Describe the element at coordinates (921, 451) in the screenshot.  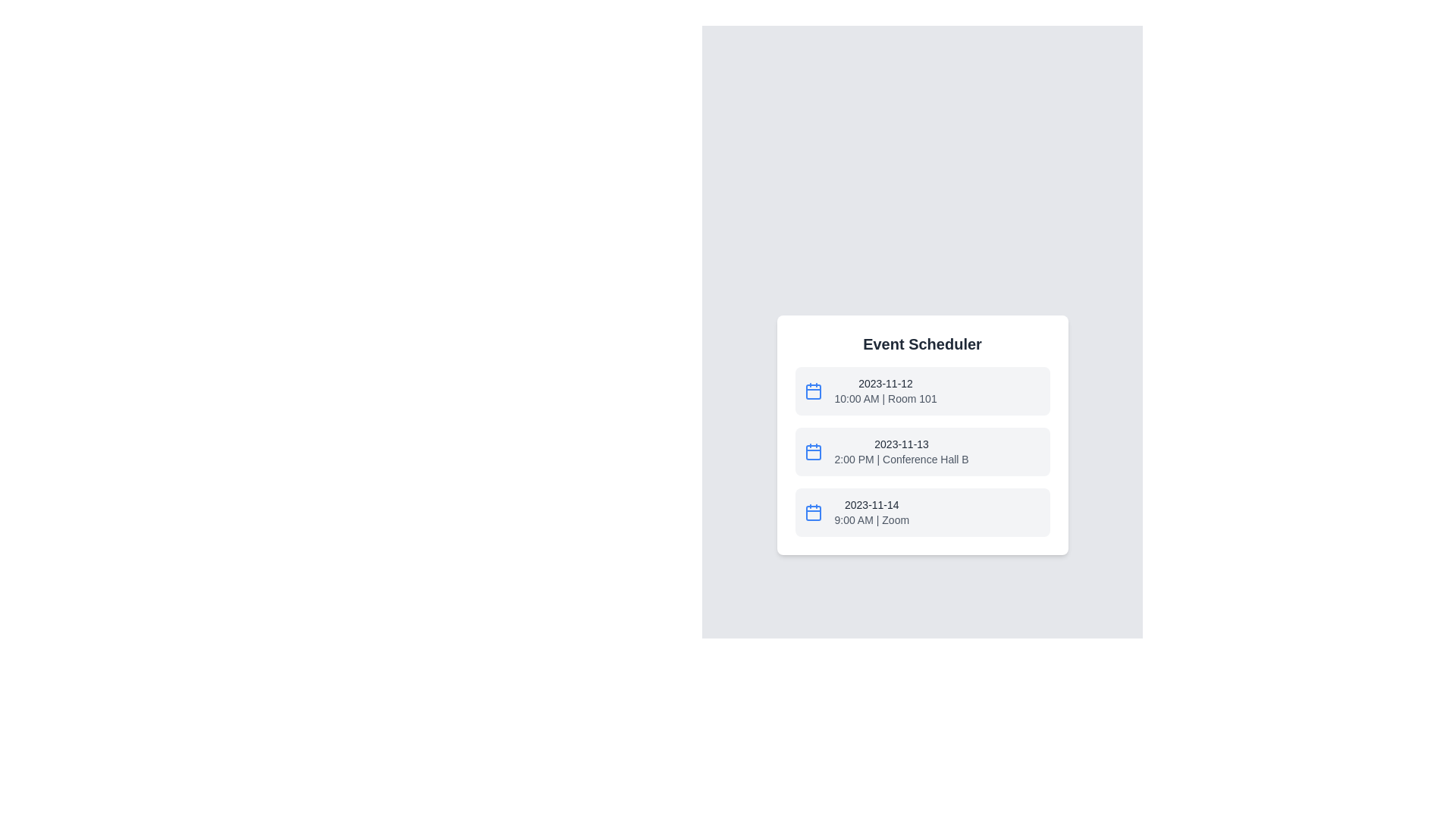
I see `a list item in the 'Event Scheduler' card` at that location.